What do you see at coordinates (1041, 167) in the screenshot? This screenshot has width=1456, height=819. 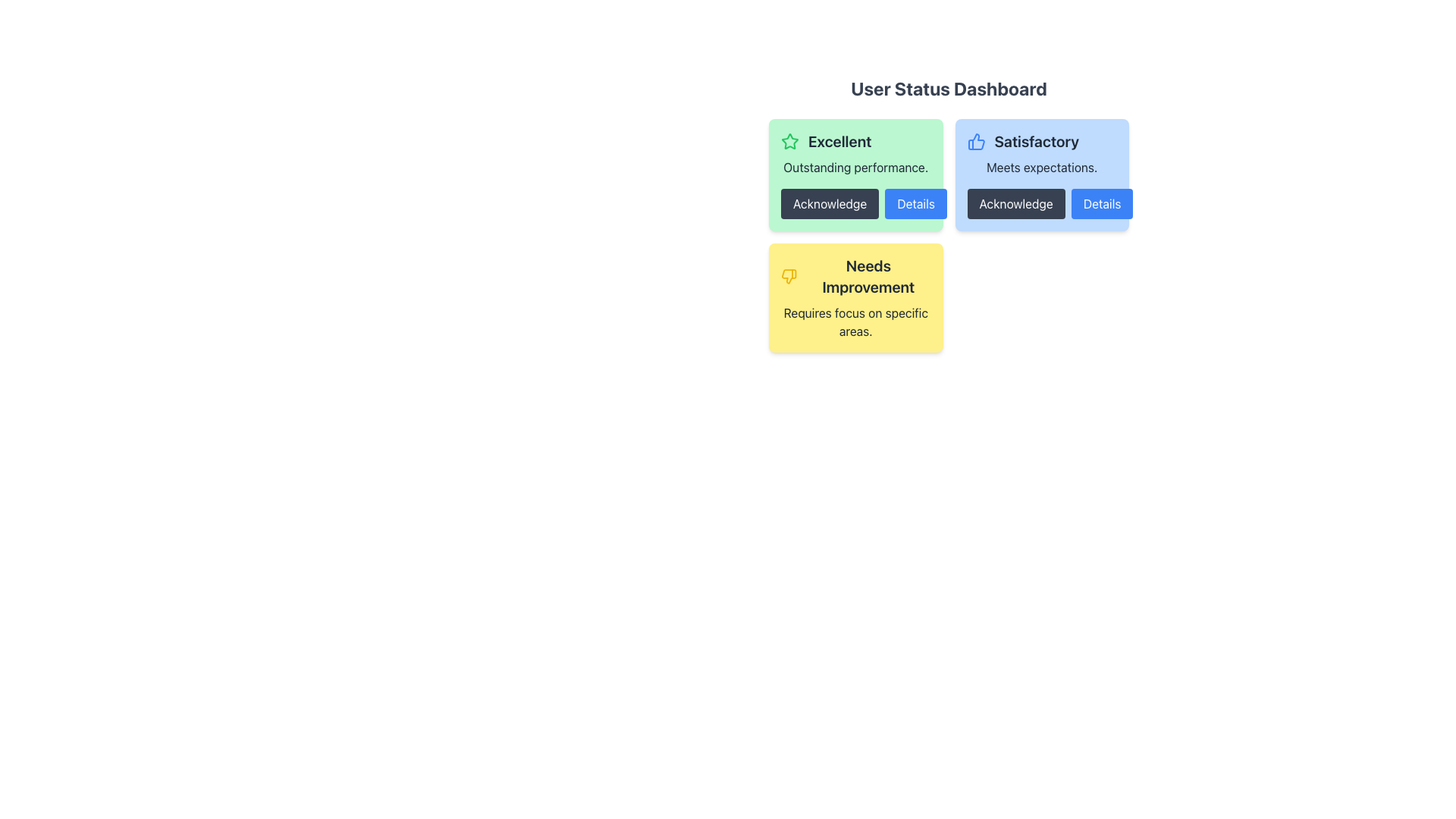 I see `evaluative feedback text located below 'Satisfactory' and above the 'Acknowledge' and 'Details' buttons` at bounding box center [1041, 167].